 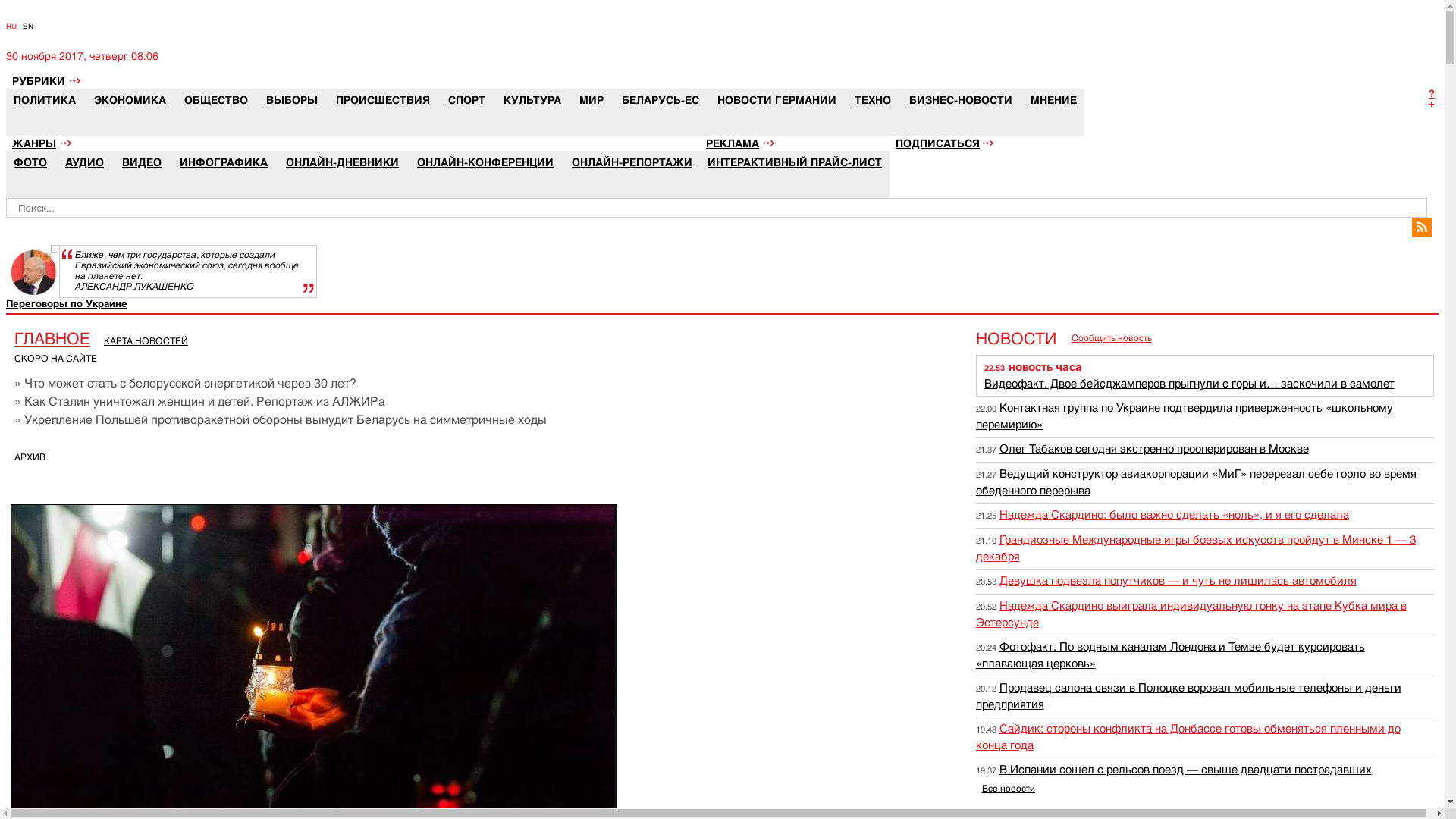 I want to click on '?', so click(x=1432, y=93).